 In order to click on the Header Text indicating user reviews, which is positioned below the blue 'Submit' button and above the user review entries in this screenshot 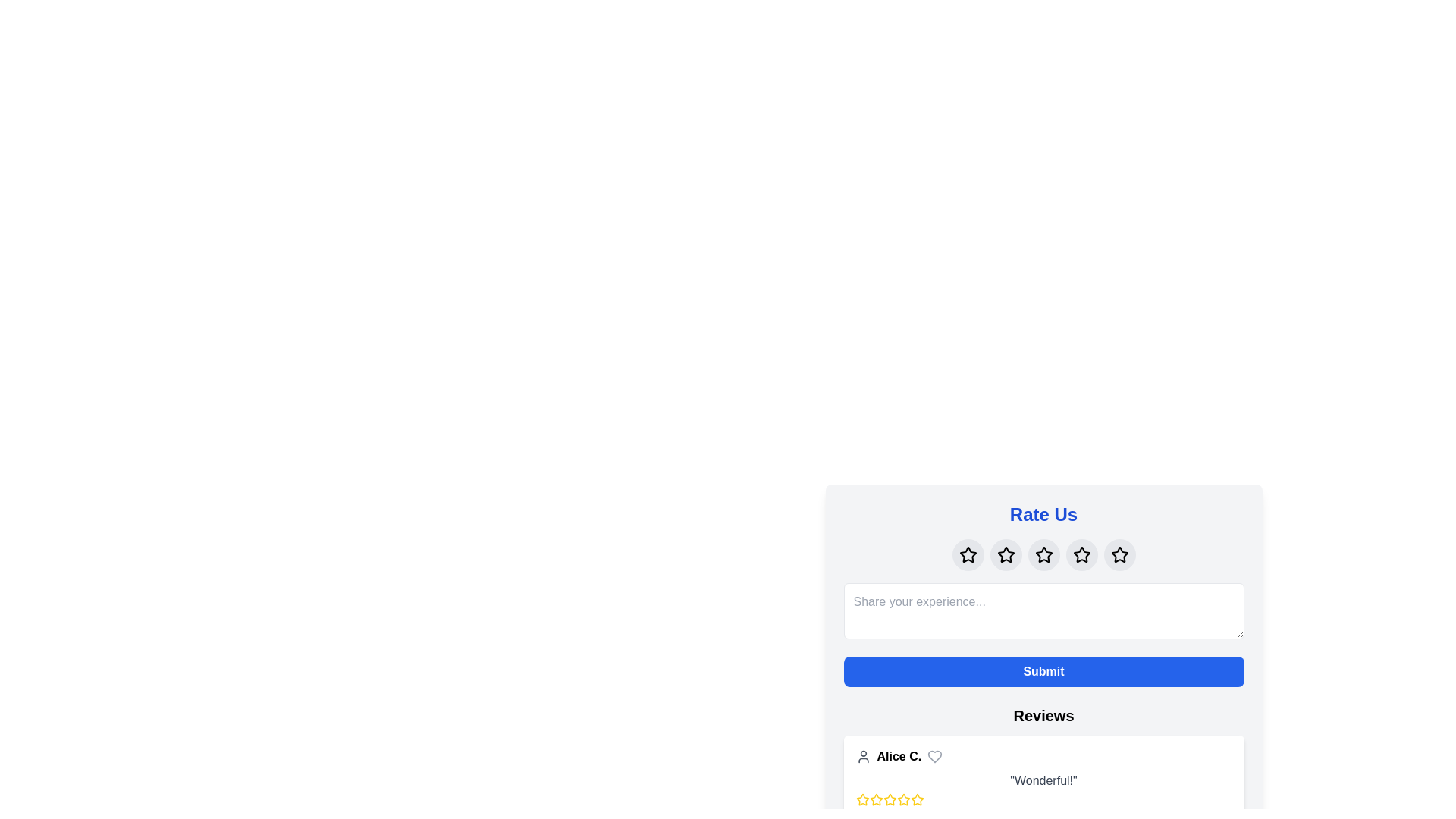, I will do `click(1043, 716)`.